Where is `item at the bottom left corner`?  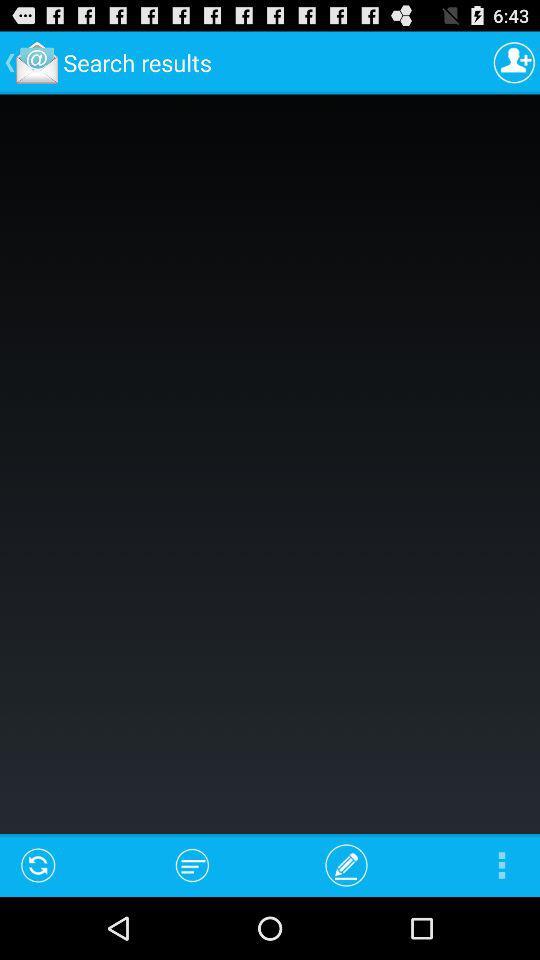 item at the bottom left corner is located at coordinates (38, 864).